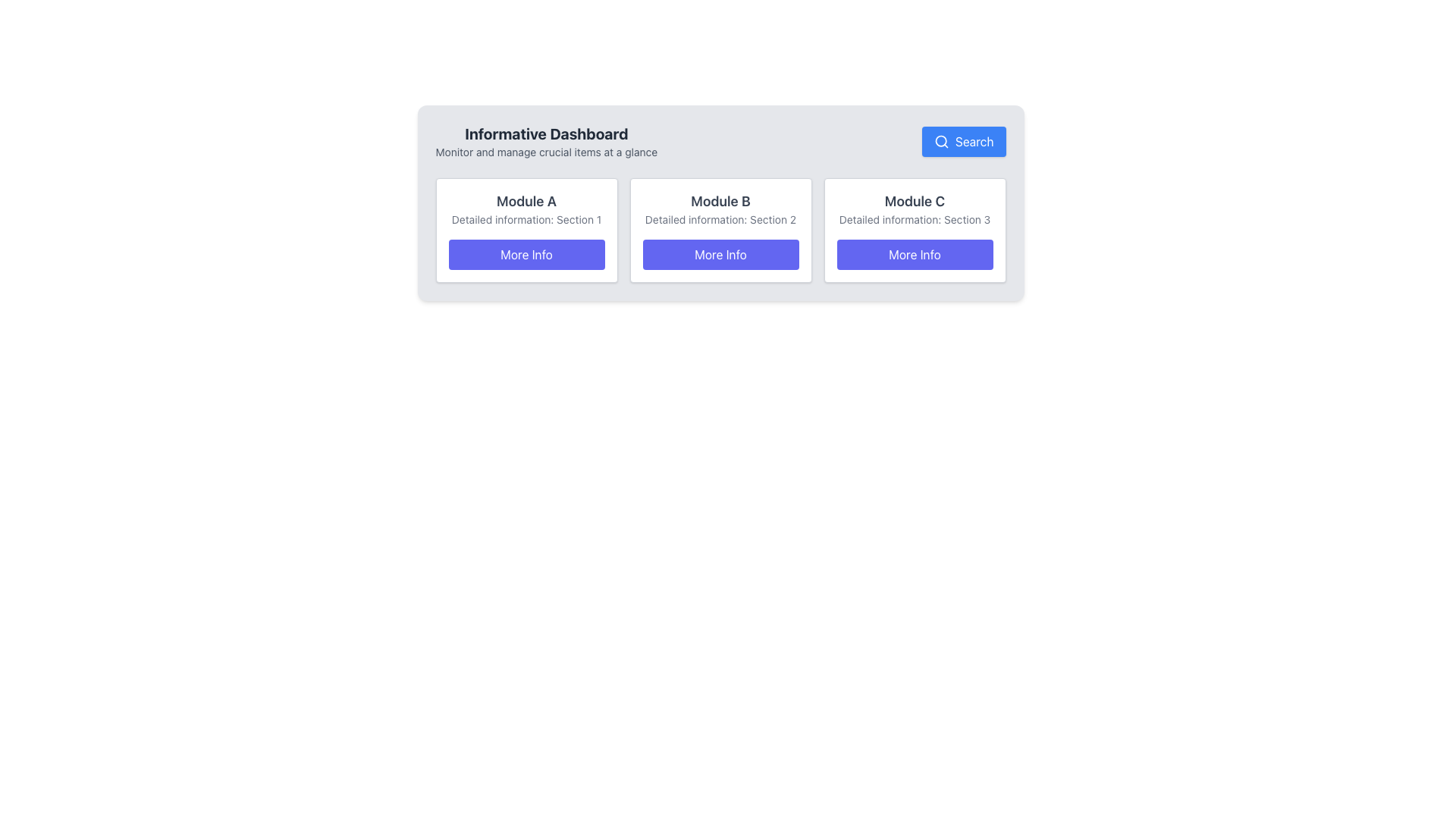  I want to click on the 'More Info' button on the 'Module B' card, which features a headline in bold dark gray text and a subheadline in lighter gray text, so click(720, 231).